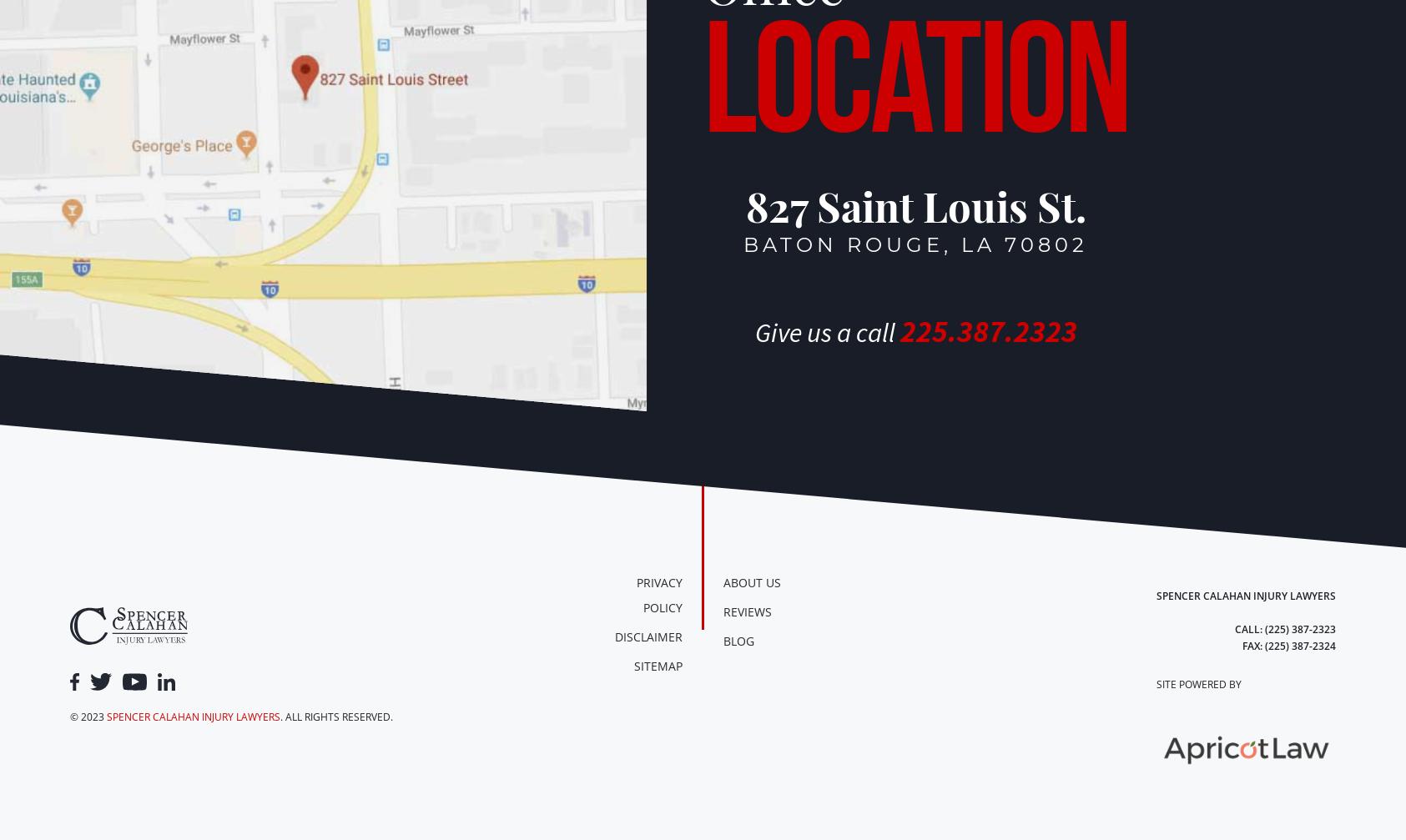  Describe the element at coordinates (748, 611) in the screenshot. I see `'Reviews'` at that location.